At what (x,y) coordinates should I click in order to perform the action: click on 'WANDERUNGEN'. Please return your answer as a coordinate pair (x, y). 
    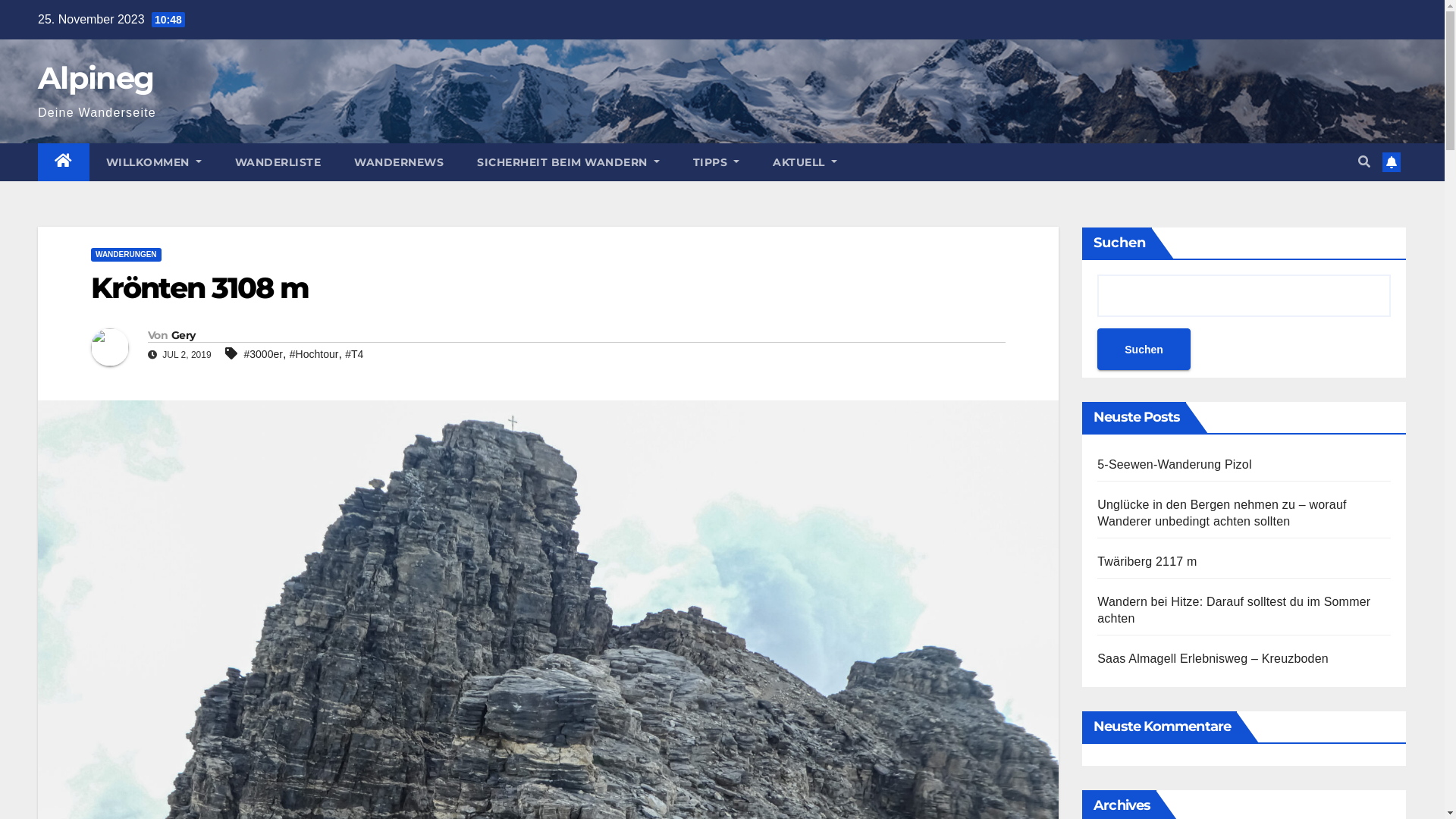
    Looking at the image, I should click on (90, 253).